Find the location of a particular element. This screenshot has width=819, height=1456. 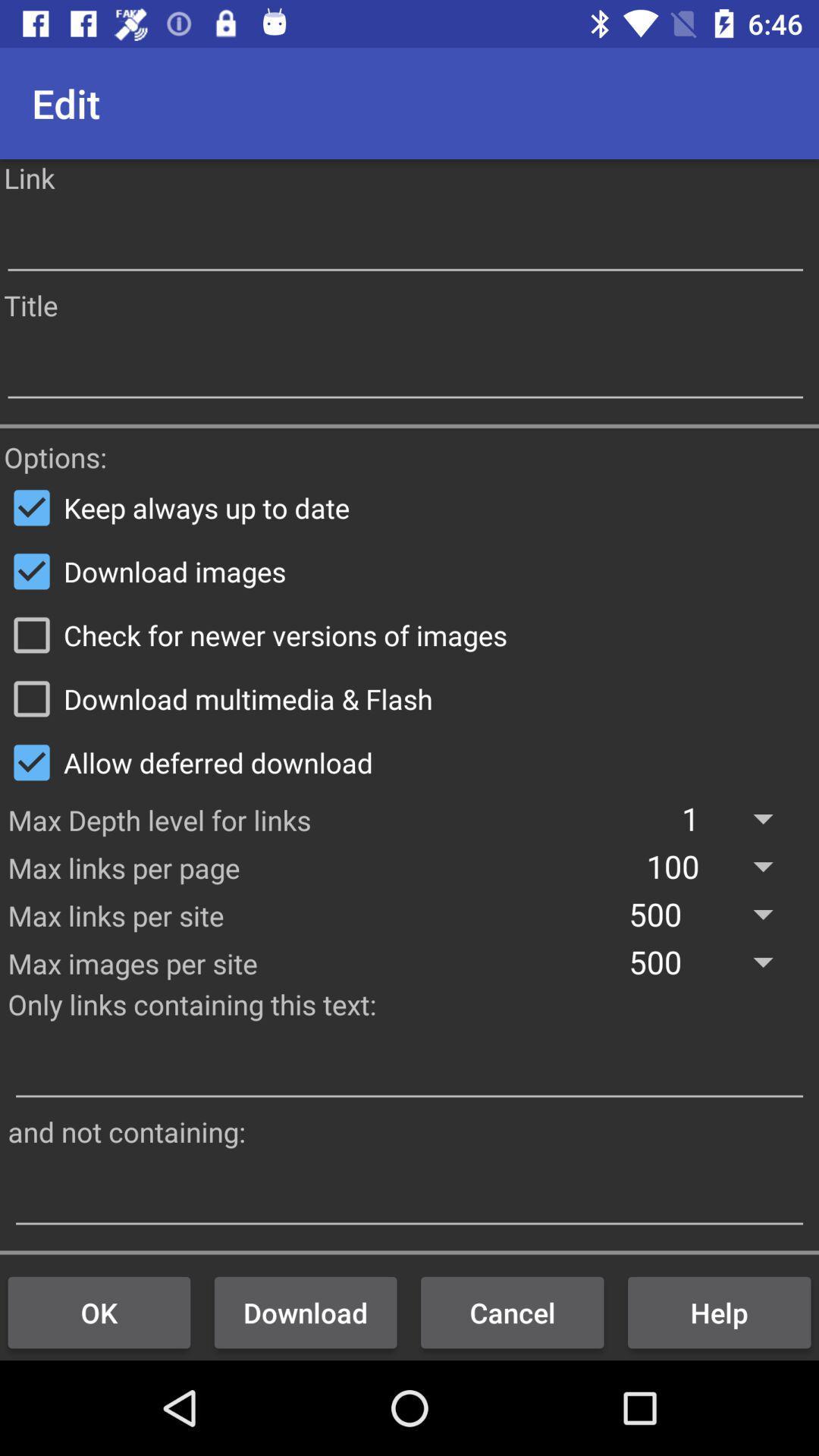

the keep always up checkbox is located at coordinates (409, 507).